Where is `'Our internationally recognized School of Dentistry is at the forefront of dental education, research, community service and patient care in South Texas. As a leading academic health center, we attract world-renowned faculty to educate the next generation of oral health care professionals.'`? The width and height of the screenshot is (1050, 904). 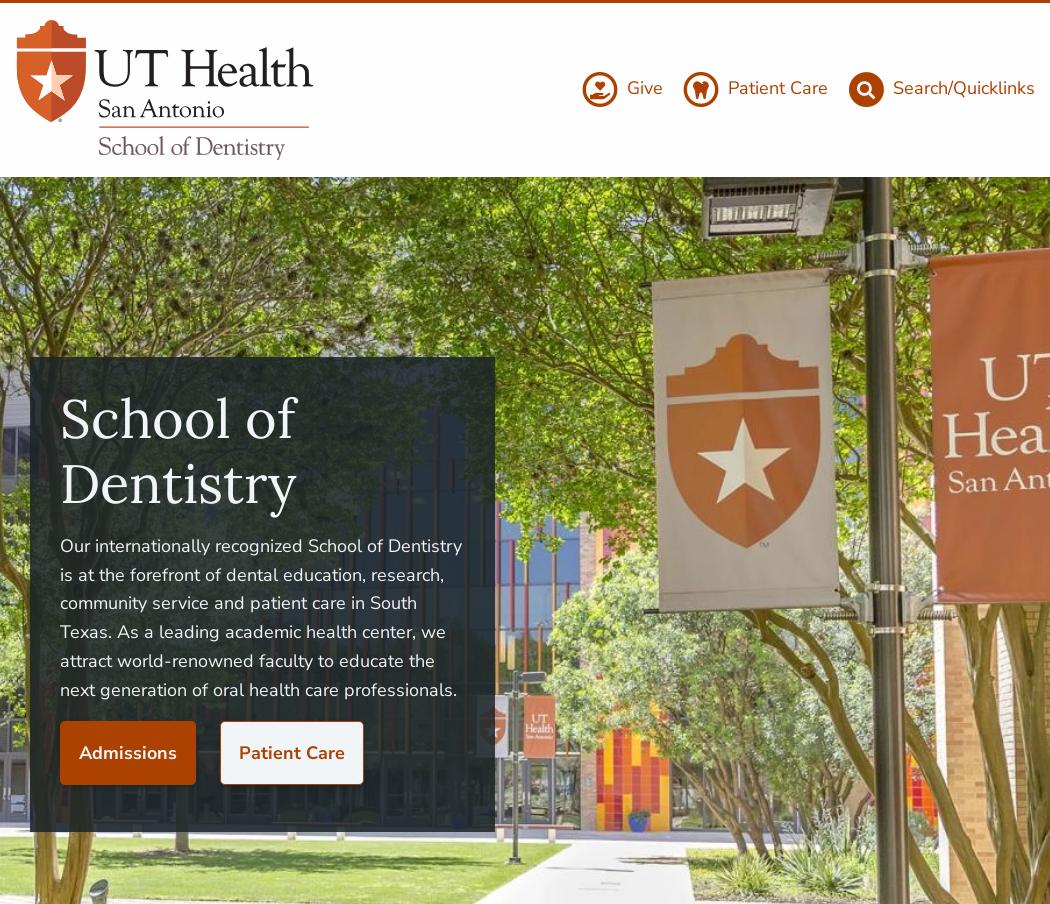 'Our internationally recognized School of Dentistry is at the forefront of dental education, research, community service and patient care in South Texas. As a leading academic health center, we attract world-renowned faculty to educate the next generation of oral health care professionals.' is located at coordinates (261, 615).